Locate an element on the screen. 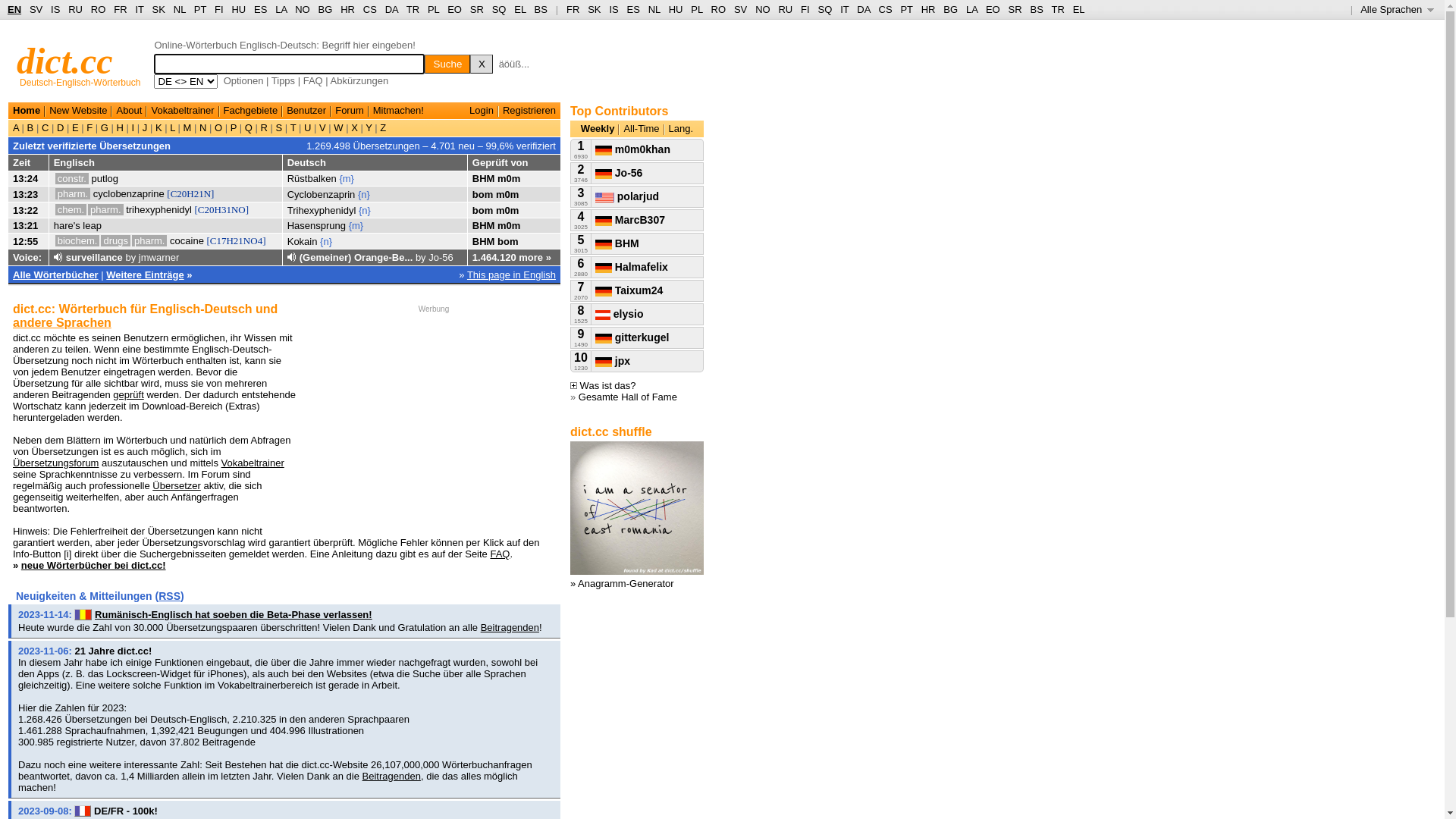 The height and width of the screenshot is (819, 1456). 'cyclobenzaprine [C20H21N]' is located at coordinates (153, 193).